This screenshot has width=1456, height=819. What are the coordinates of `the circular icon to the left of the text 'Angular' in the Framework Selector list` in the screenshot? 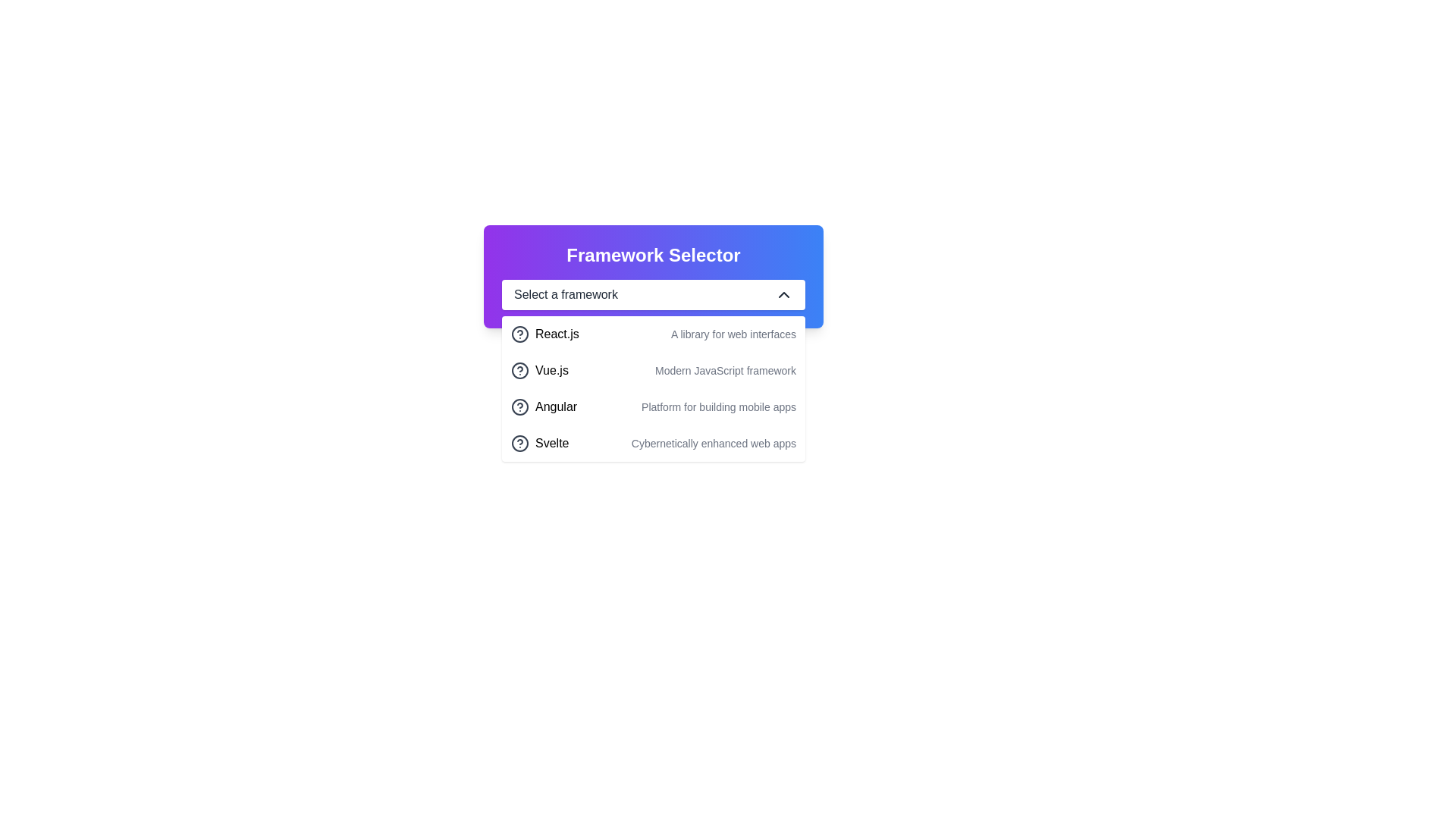 It's located at (520, 406).